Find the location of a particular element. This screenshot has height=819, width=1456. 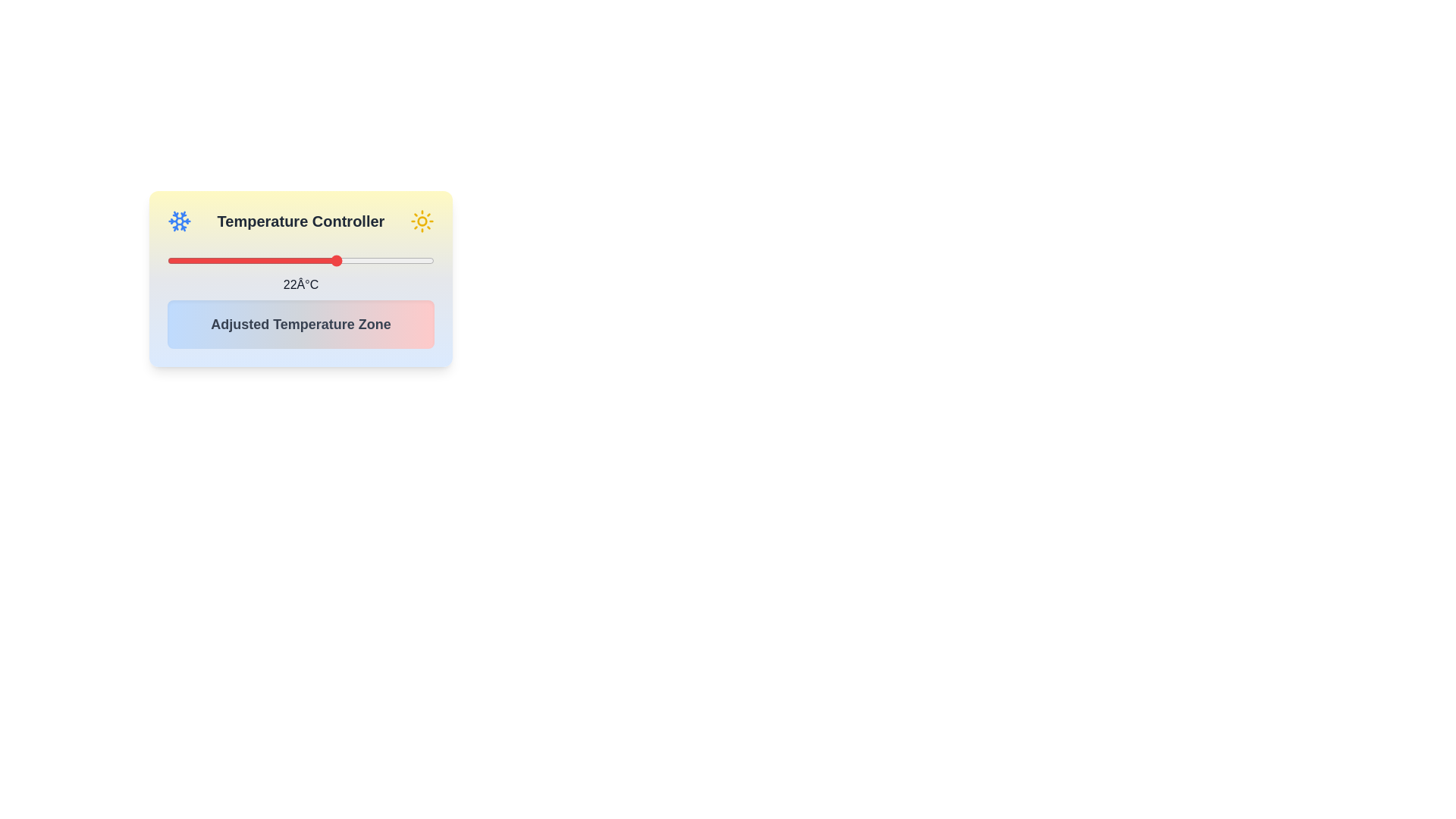

the temperature slider is located at coordinates (215, 259).